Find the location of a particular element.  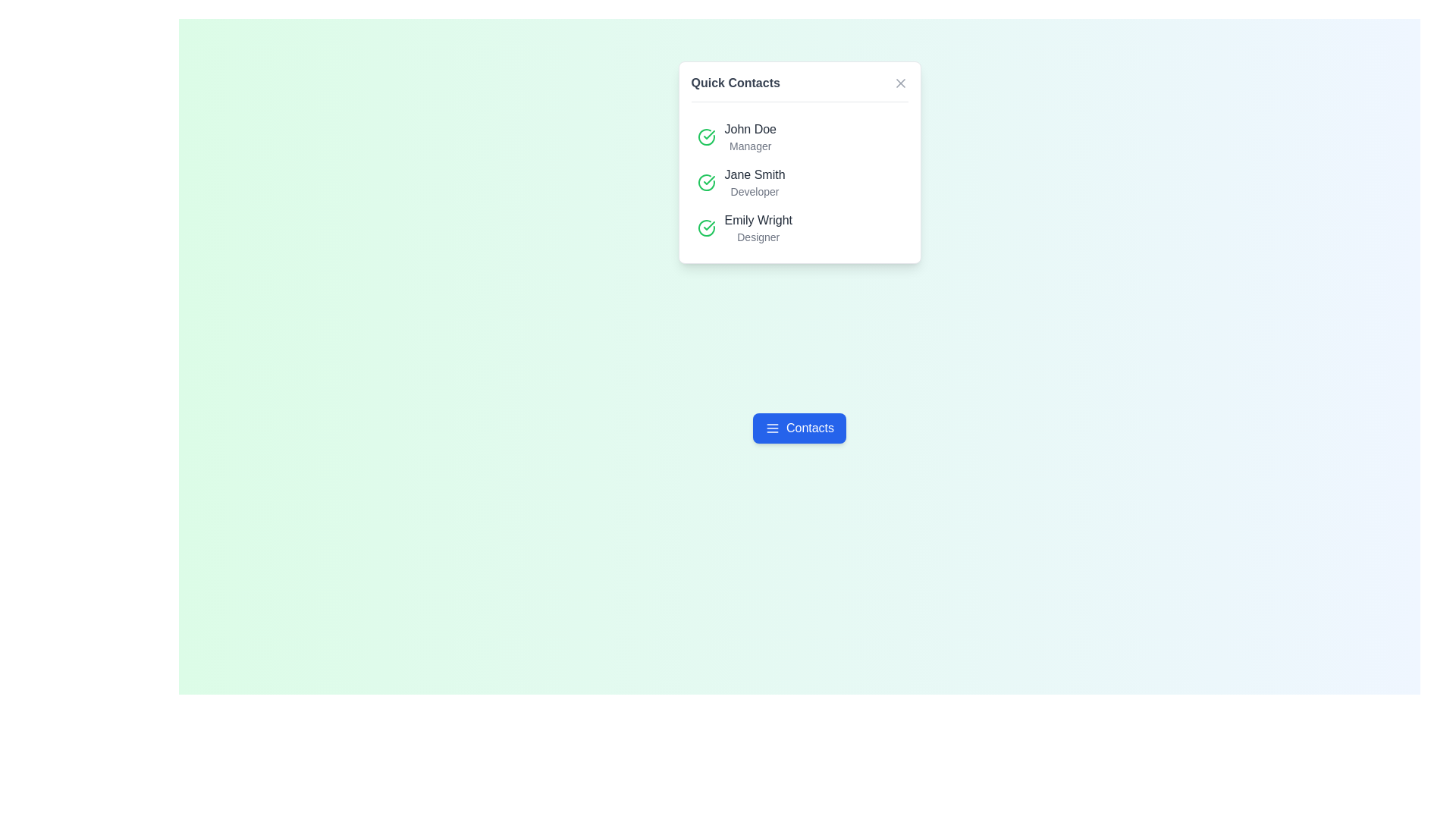

the menu icon consisting of three horizontal lines, which is styled in white and located inside the blue button labeled 'Contacts' is located at coordinates (772, 428).